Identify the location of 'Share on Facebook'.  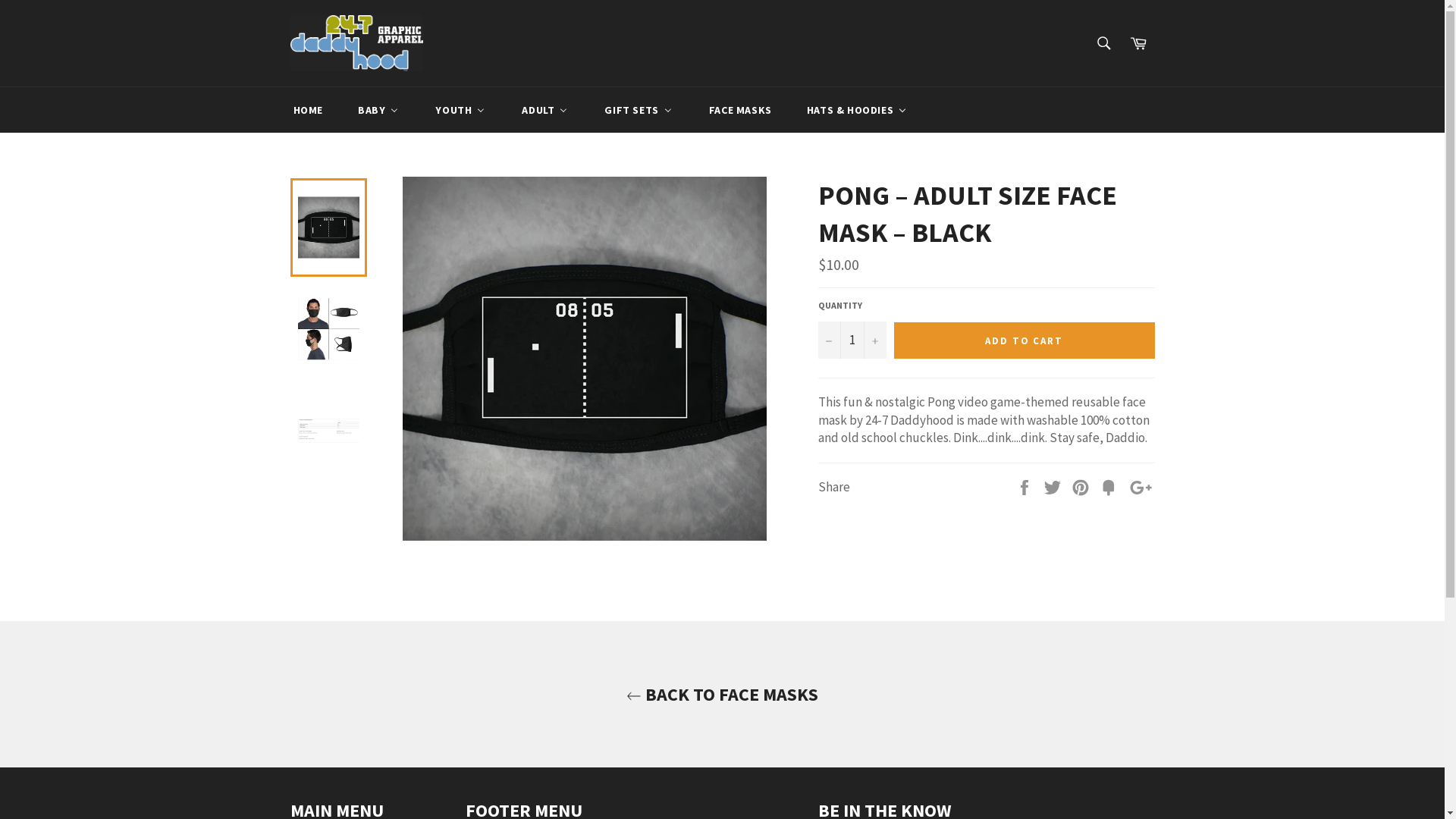
(1025, 486).